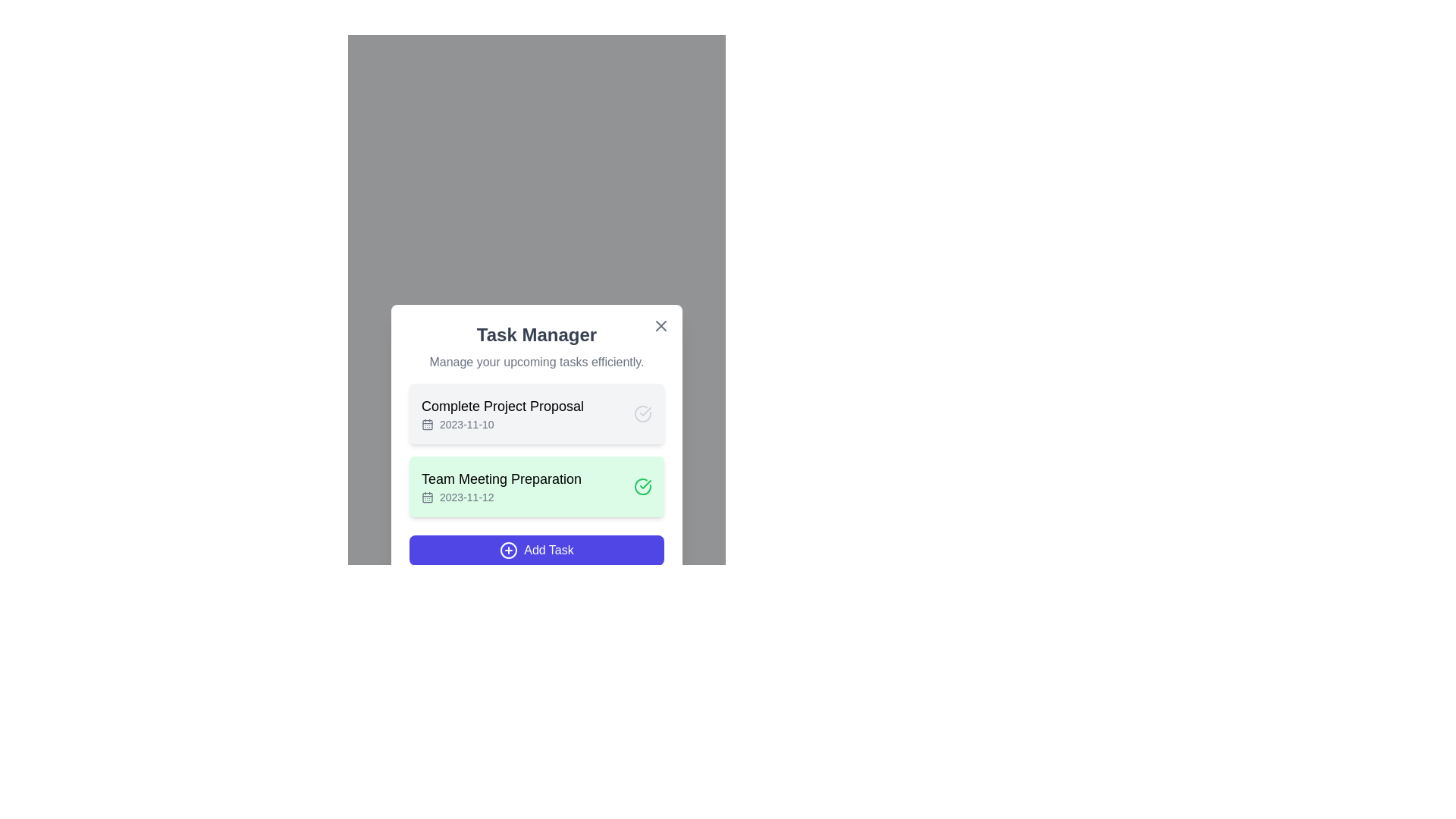 The height and width of the screenshot is (819, 1456). What do you see at coordinates (427, 497) in the screenshot?
I see `the date icon associated with the task 'Team Meeting Preparation' for the date '2023-11-12', positioned to the left of the date text` at bounding box center [427, 497].